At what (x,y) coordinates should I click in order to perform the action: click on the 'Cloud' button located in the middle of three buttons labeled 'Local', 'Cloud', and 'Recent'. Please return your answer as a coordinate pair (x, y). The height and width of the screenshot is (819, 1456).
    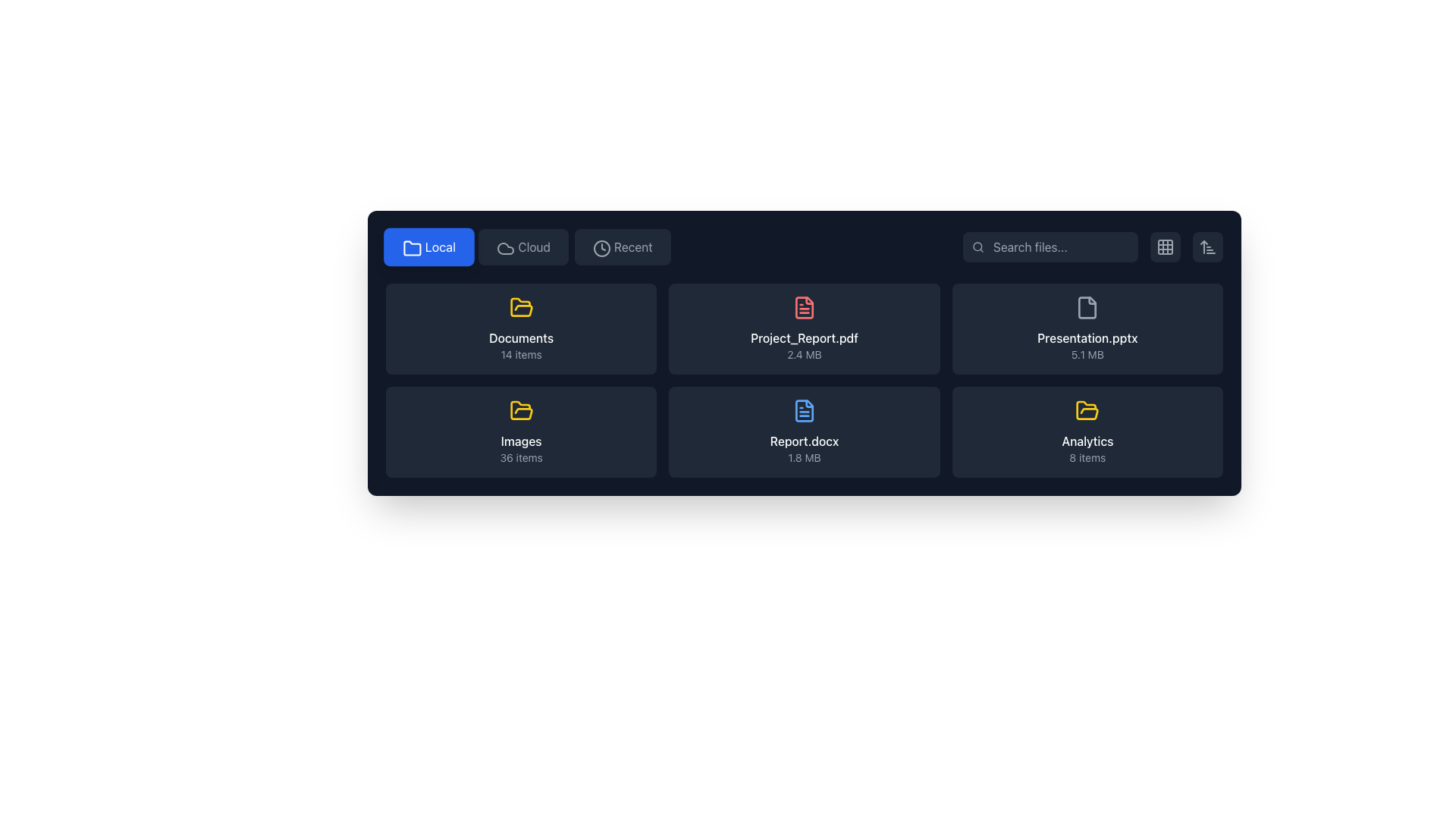
    Looking at the image, I should click on (528, 246).